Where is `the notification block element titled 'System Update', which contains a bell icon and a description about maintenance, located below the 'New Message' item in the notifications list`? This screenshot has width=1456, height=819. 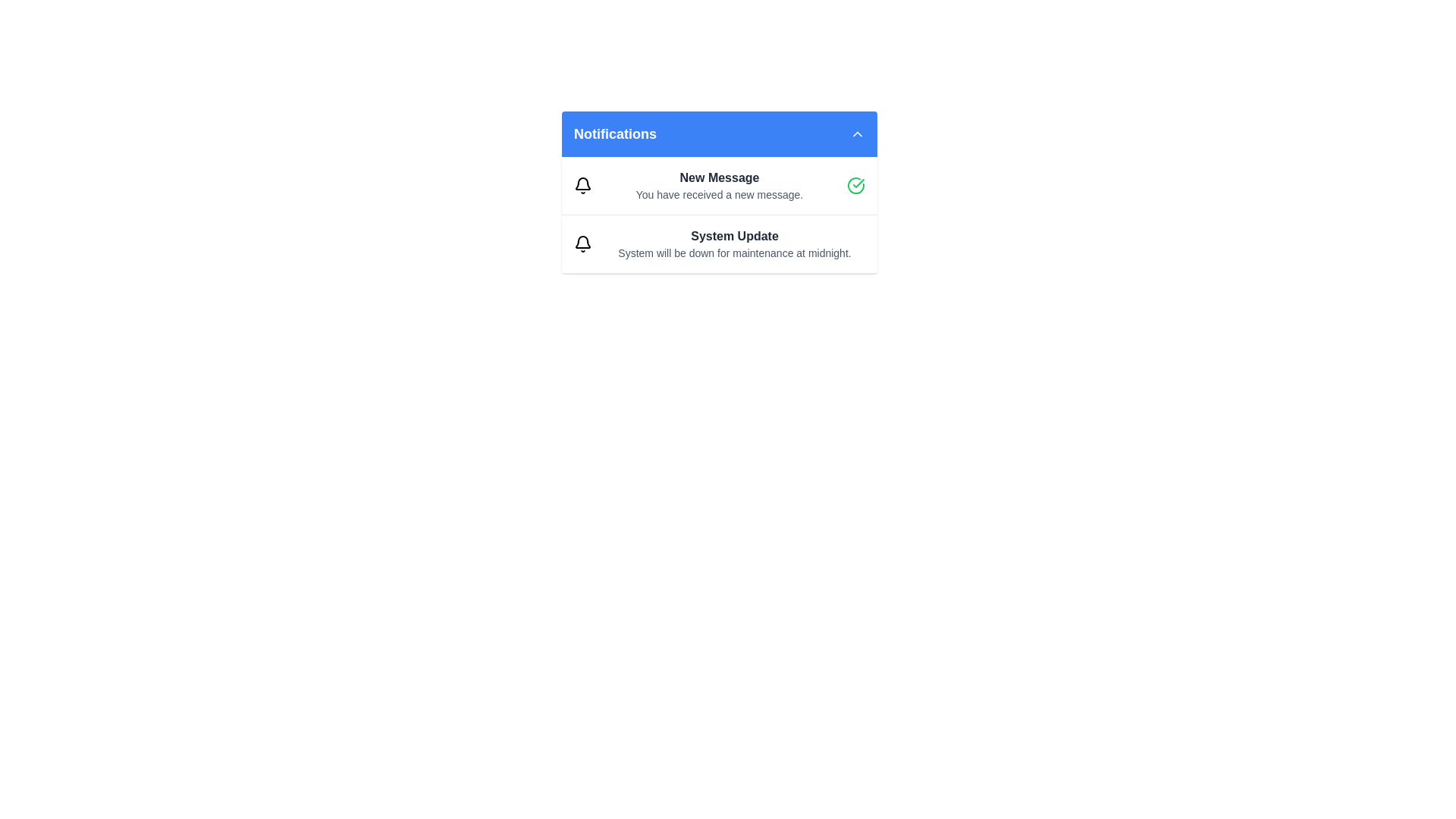 the notification block element titled 'System Update', which contains a bell icon and a description about maintenance, located below the 'New Message' item in the notifications list is located at coordinates (719, 243).